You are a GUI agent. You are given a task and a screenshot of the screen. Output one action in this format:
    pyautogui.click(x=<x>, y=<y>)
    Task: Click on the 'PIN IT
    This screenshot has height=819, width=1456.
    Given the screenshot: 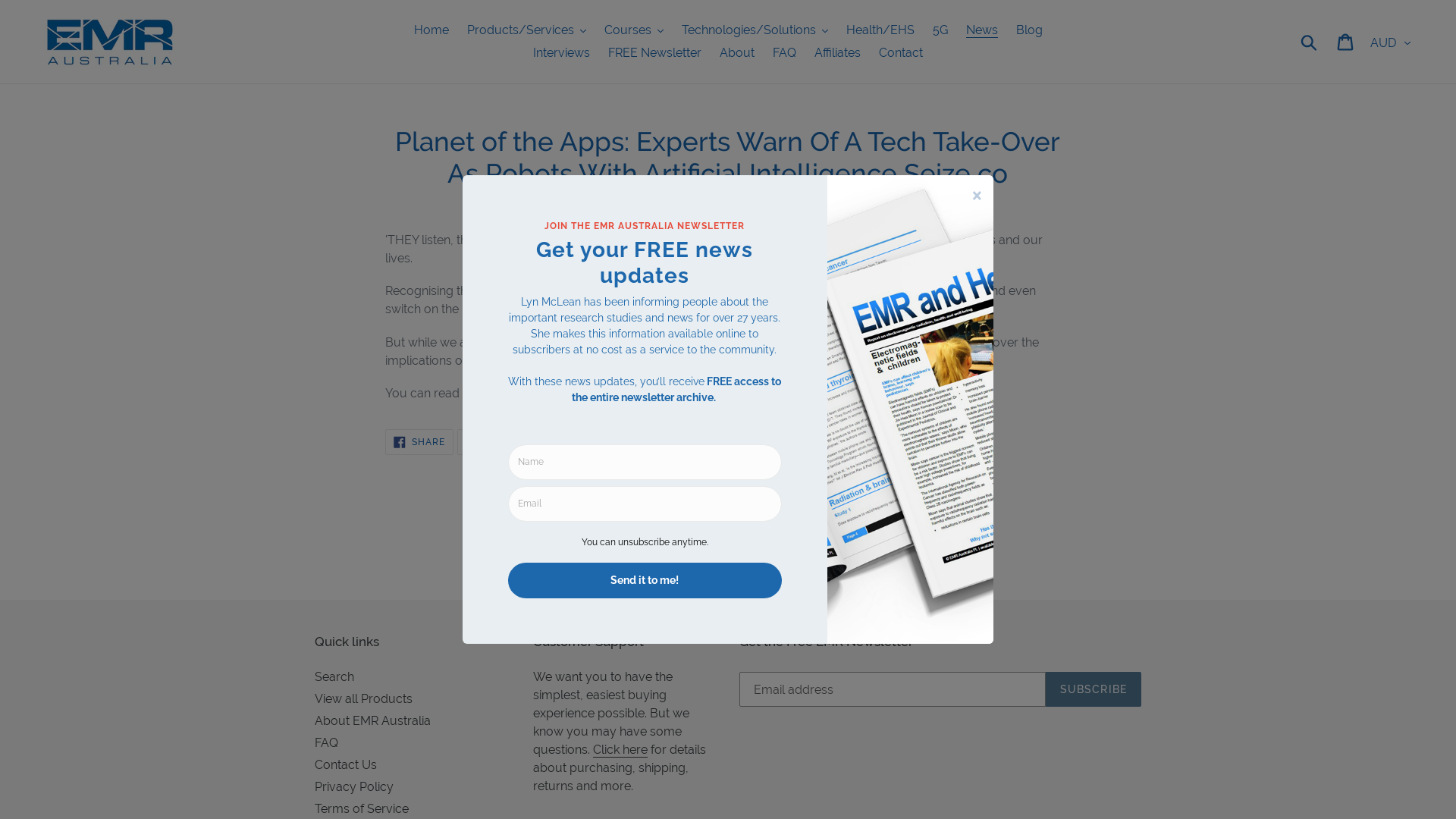 What is the action you would take?
    pyautogui.click(x=562, y=441)
    